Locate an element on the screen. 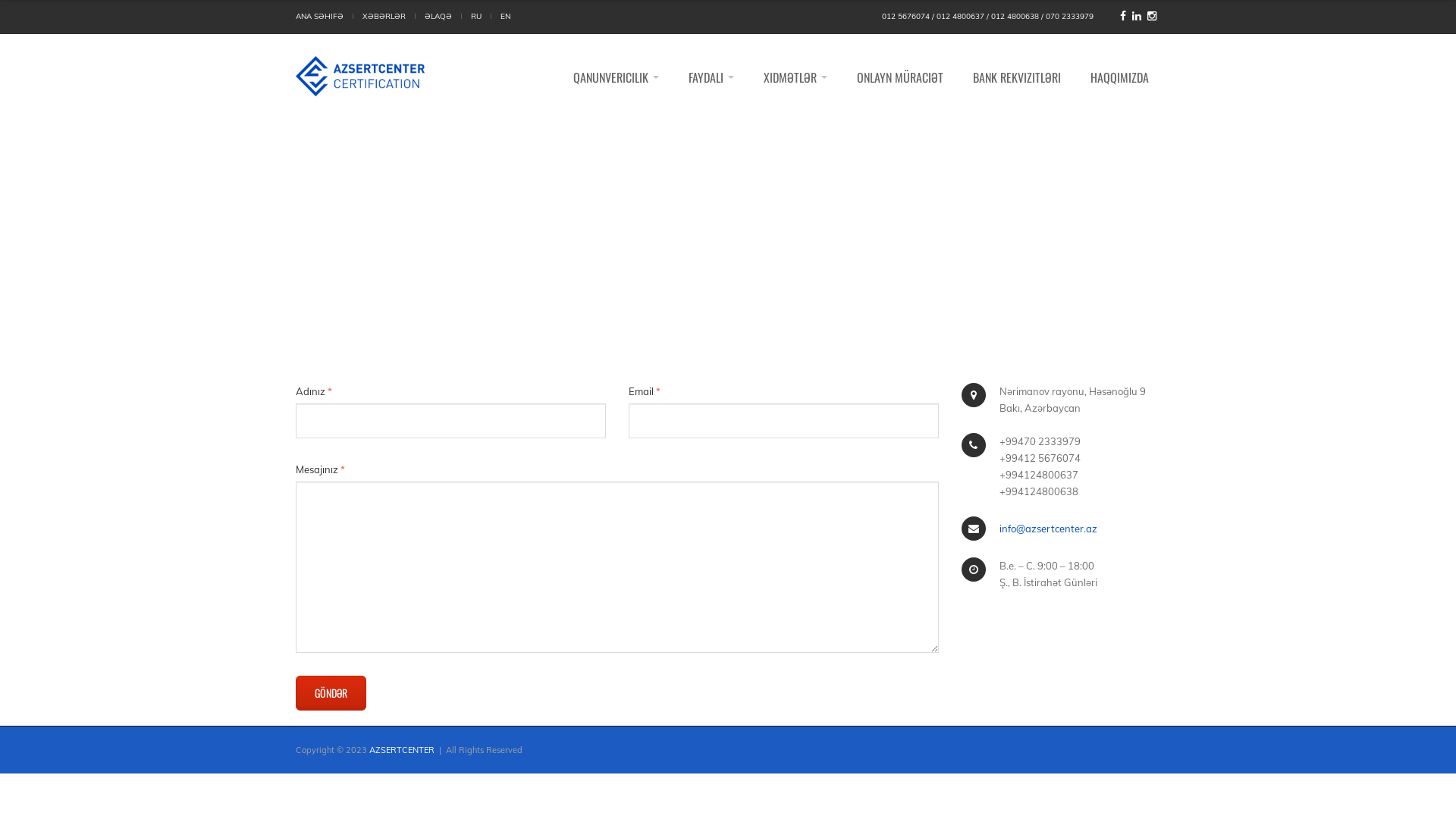  'info@azsertcenter.az' is located at coordinates (1047, 528).